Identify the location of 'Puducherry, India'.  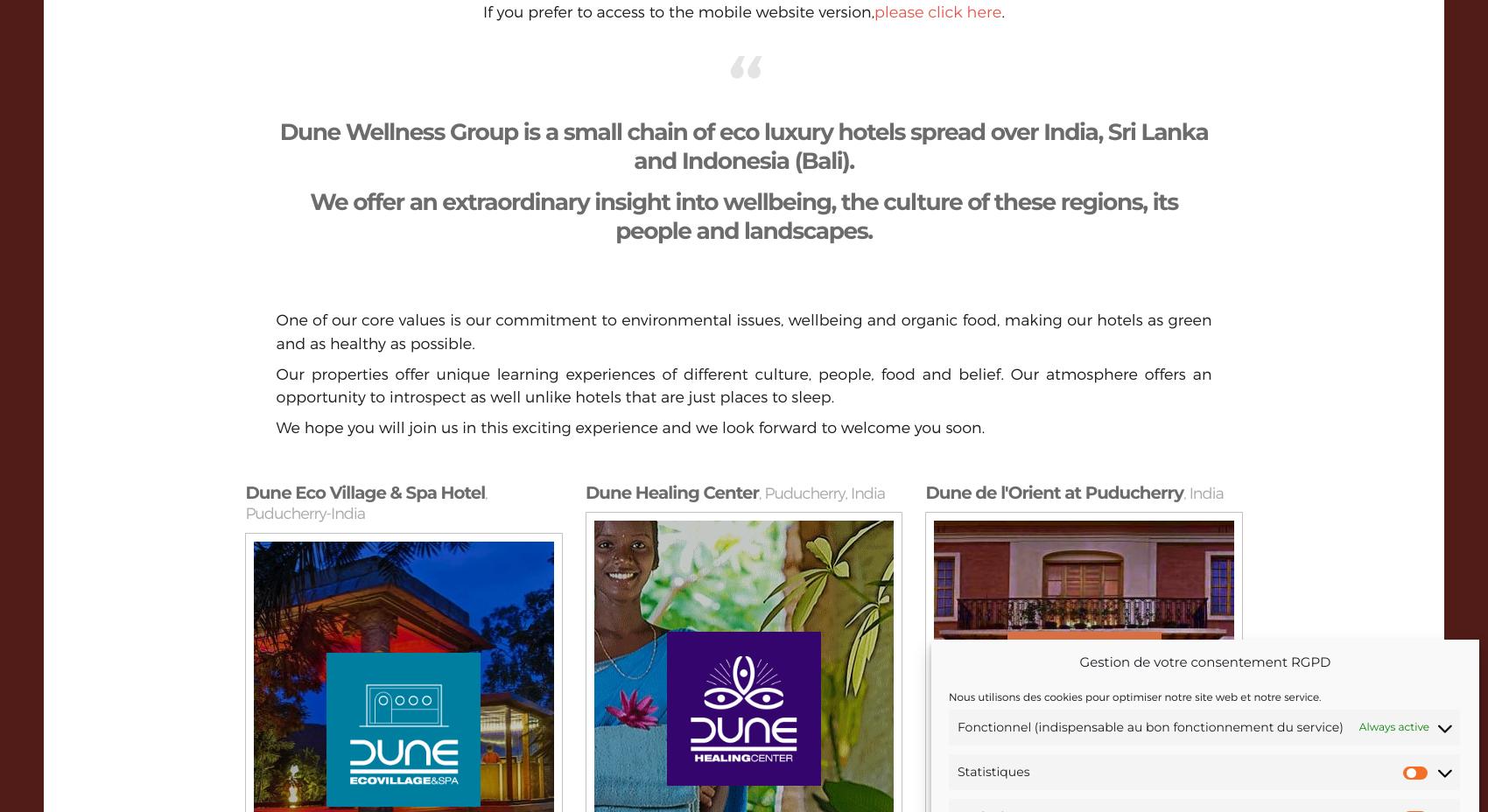
(824, 493).